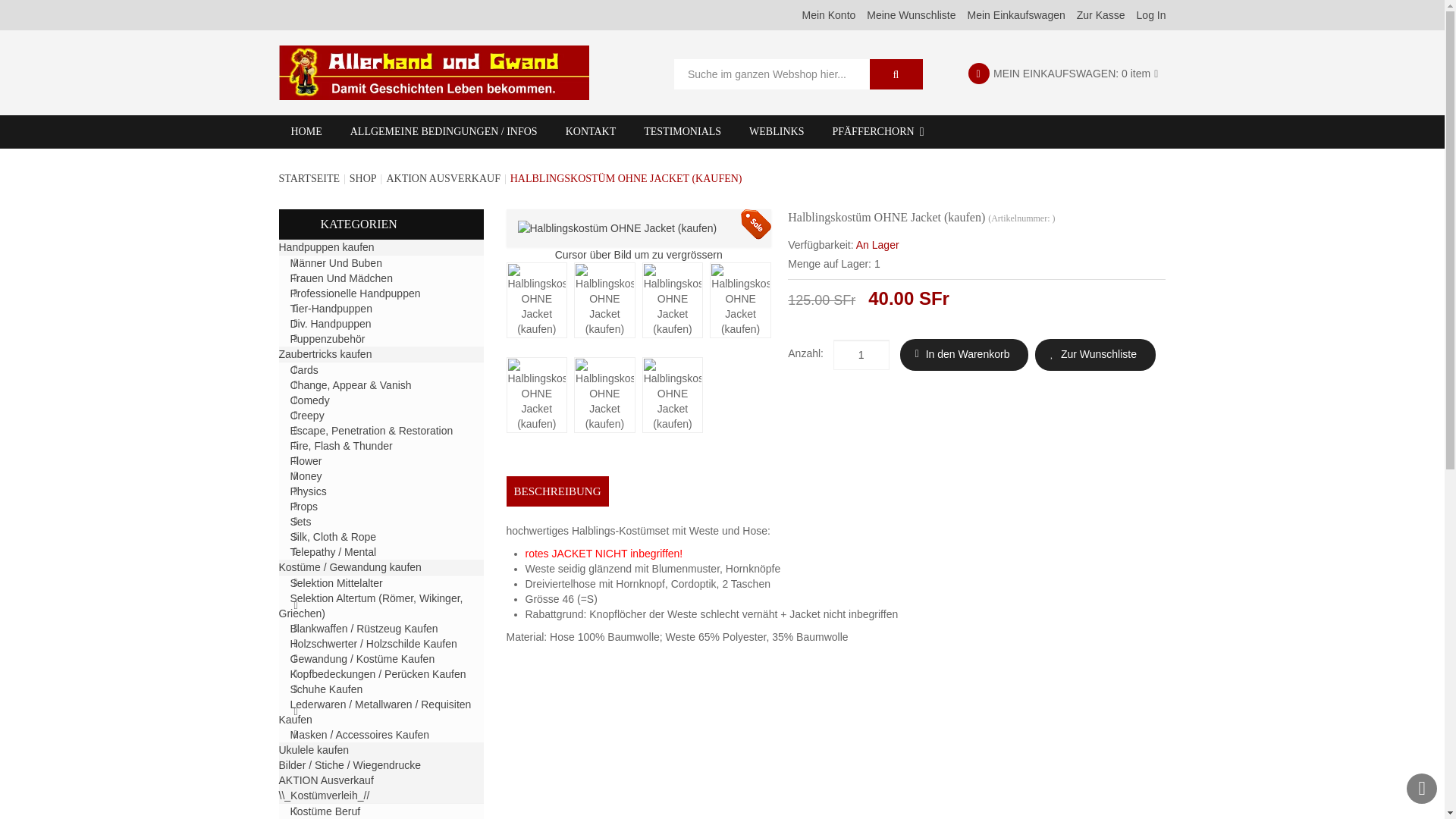 The width and height of the screenshot is (1456, 819). What do you see at coordinates (334, 582) in the screenshot?
I see `'Selektion Mittelalter'` at bounding box center [334, 582].